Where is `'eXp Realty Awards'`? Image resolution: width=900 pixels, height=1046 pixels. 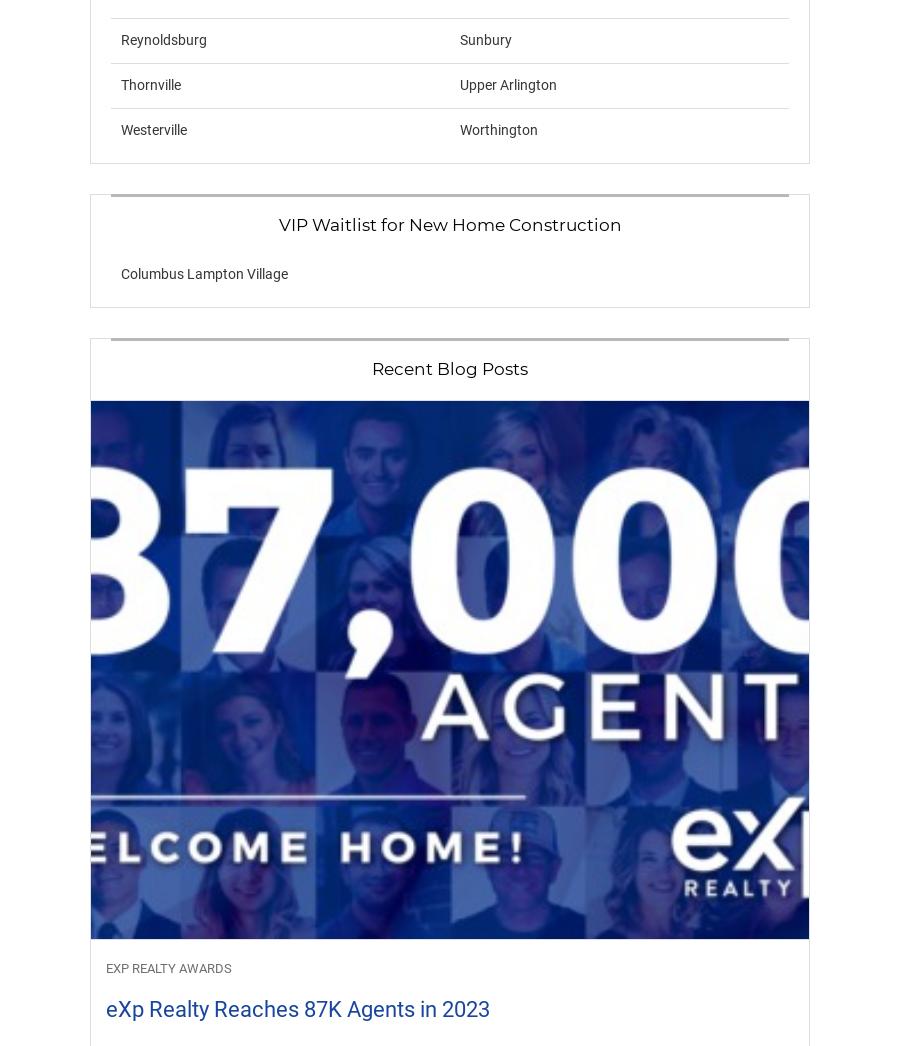 'eXp Realty Awards' is located at coordinates (169, 967).